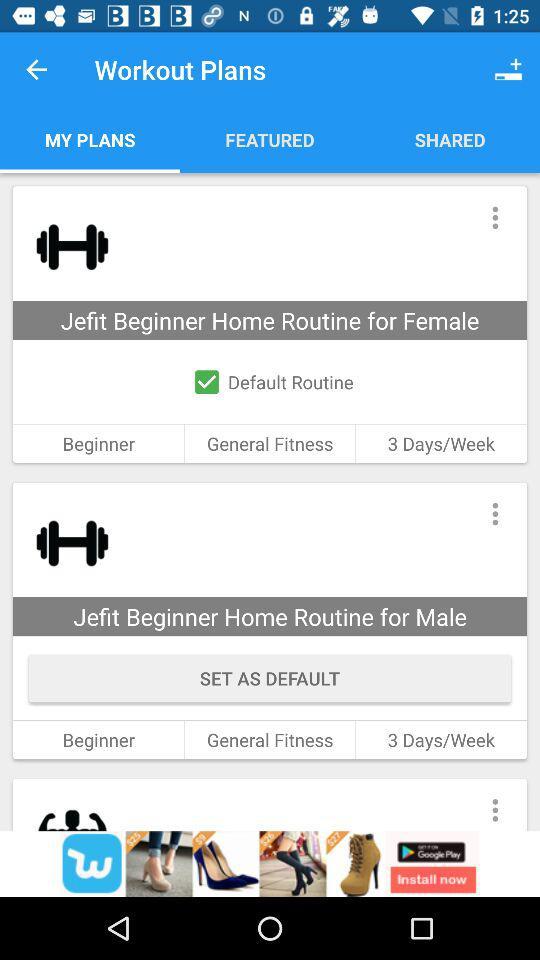 This screenshot has width=540, height=960. Describe the element at coordinates (494, 805) in the screenshot. I see `open menu` at that location.